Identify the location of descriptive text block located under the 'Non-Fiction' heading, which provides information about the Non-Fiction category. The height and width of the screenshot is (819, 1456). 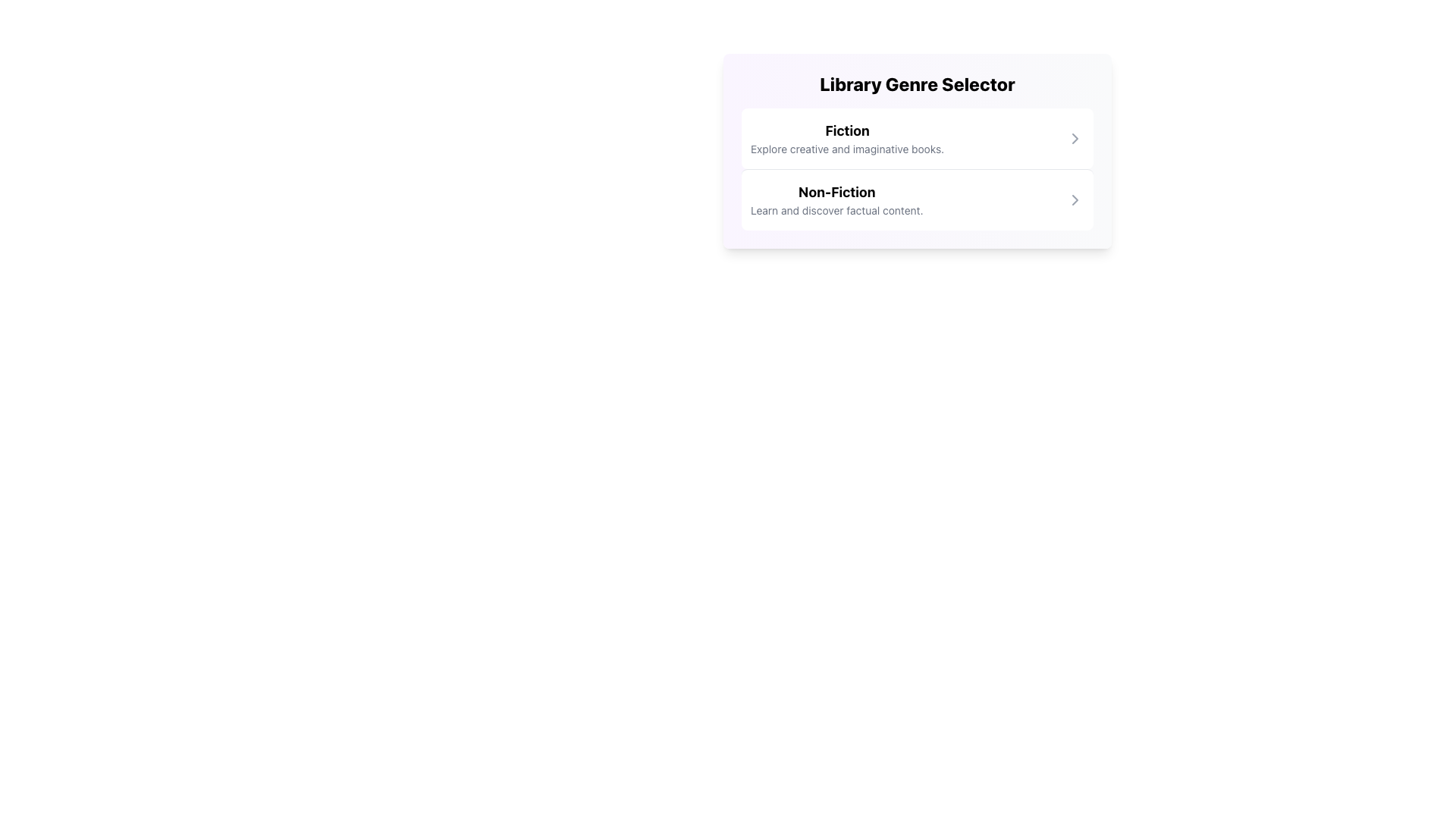
(836, 210).